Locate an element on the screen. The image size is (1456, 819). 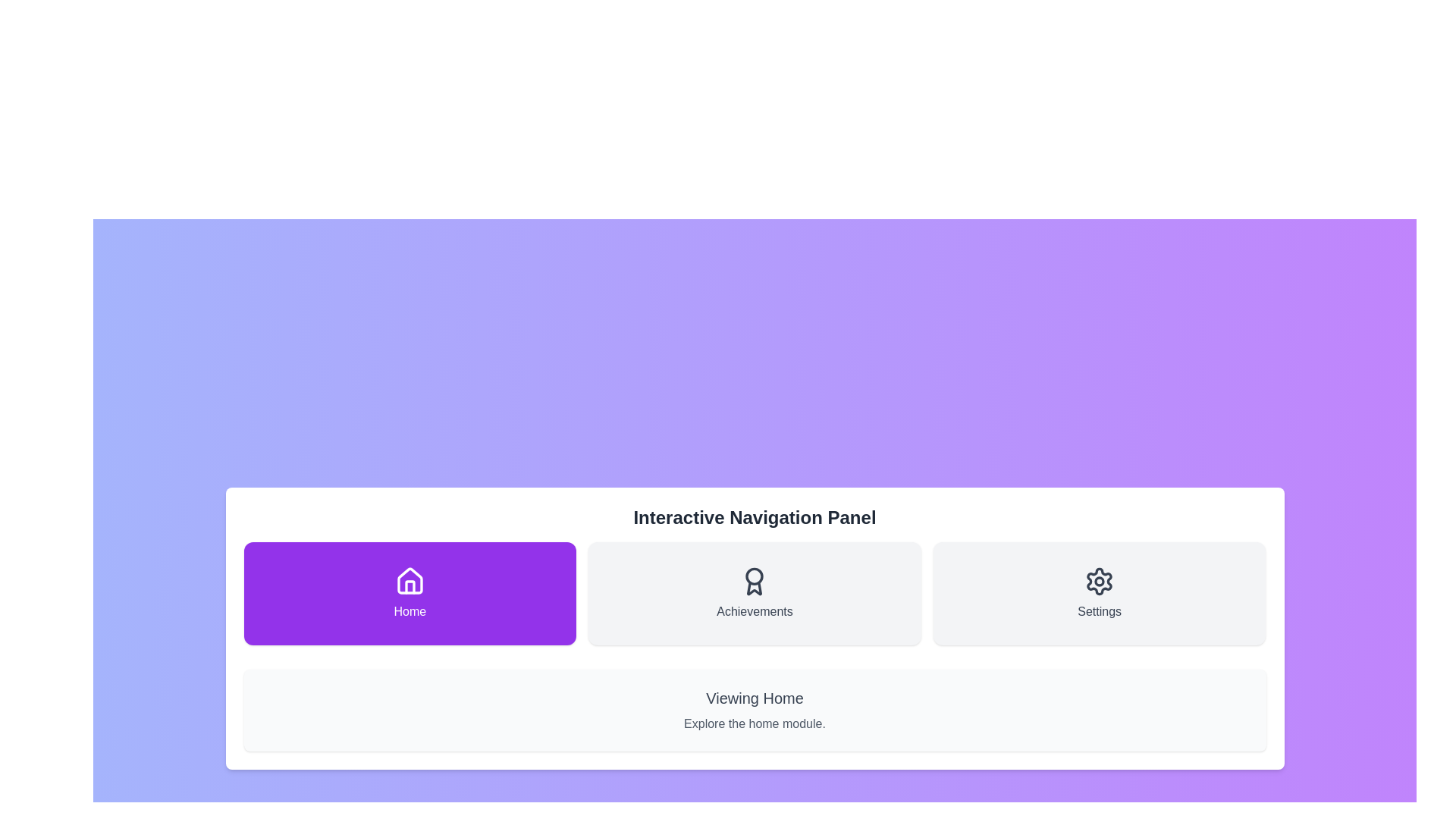
the house-shaped icon located within the 'Home' button is located at coordinates (409, 581).